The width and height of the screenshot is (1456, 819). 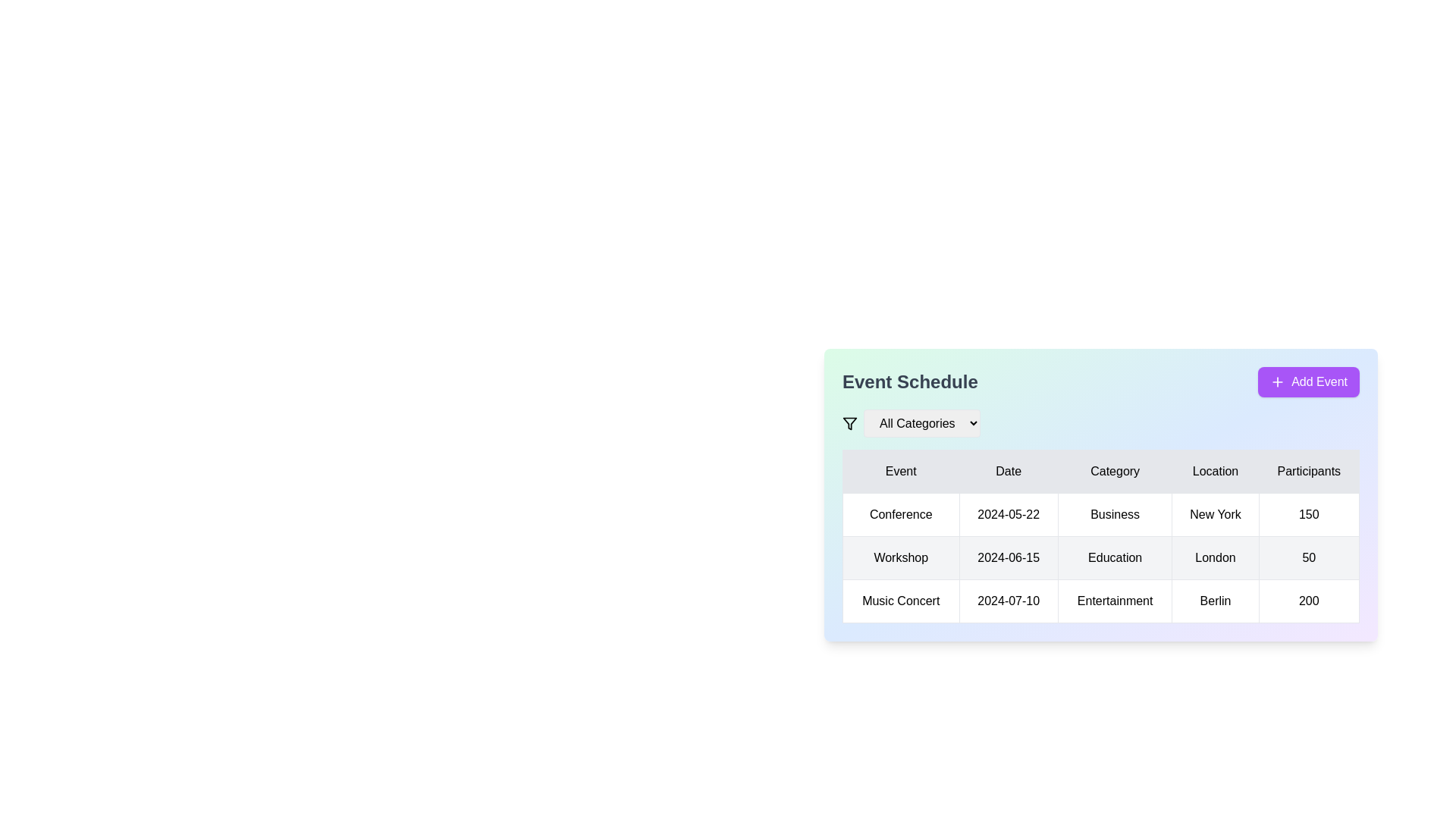 I want to click on the 'Date' column header in the table, which is the second column header located between the 'Event' and 'Category' columns, so click(x=1009, y=470).